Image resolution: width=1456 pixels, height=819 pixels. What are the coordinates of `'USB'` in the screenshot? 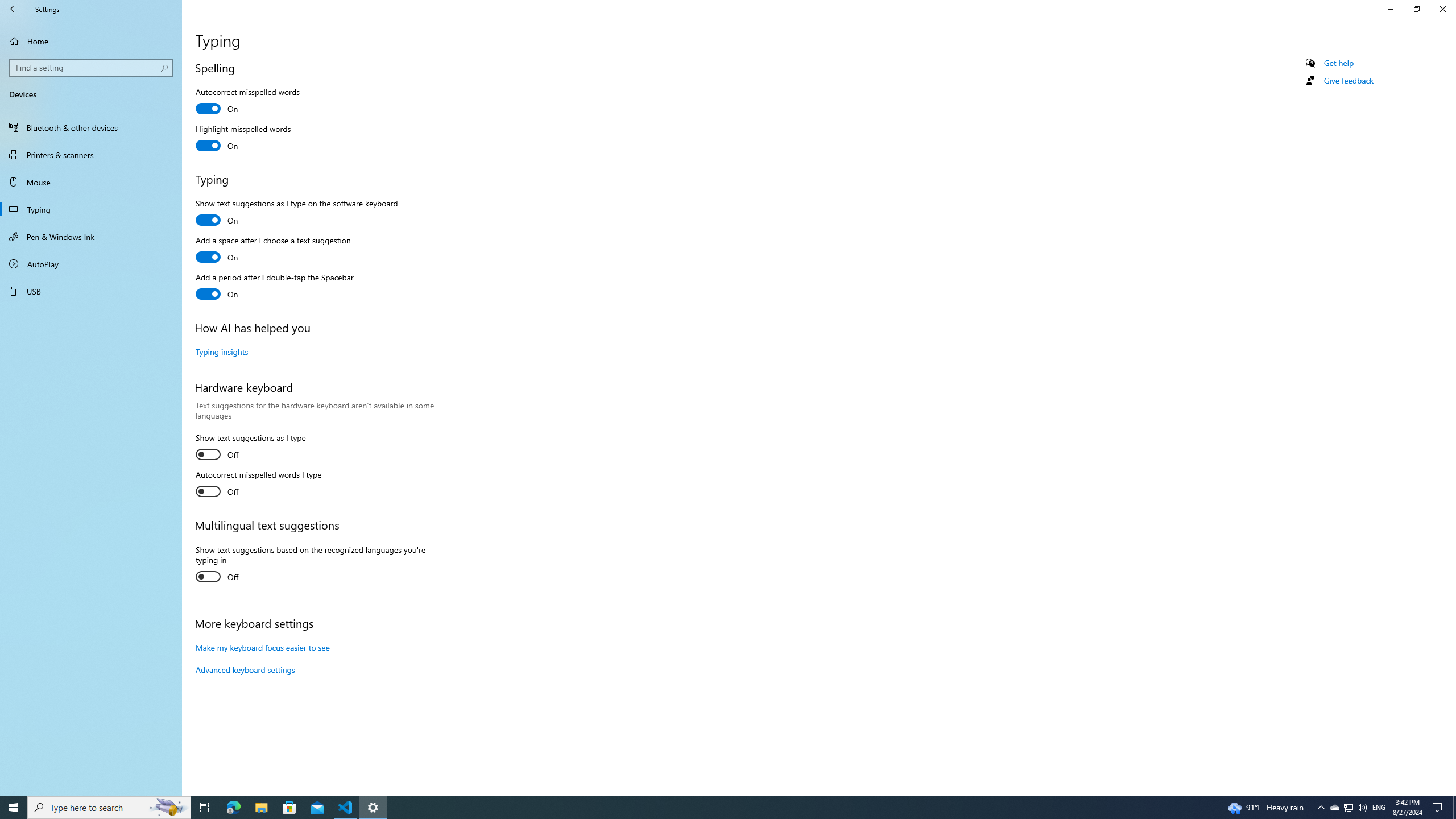 It's located at (90, 290).